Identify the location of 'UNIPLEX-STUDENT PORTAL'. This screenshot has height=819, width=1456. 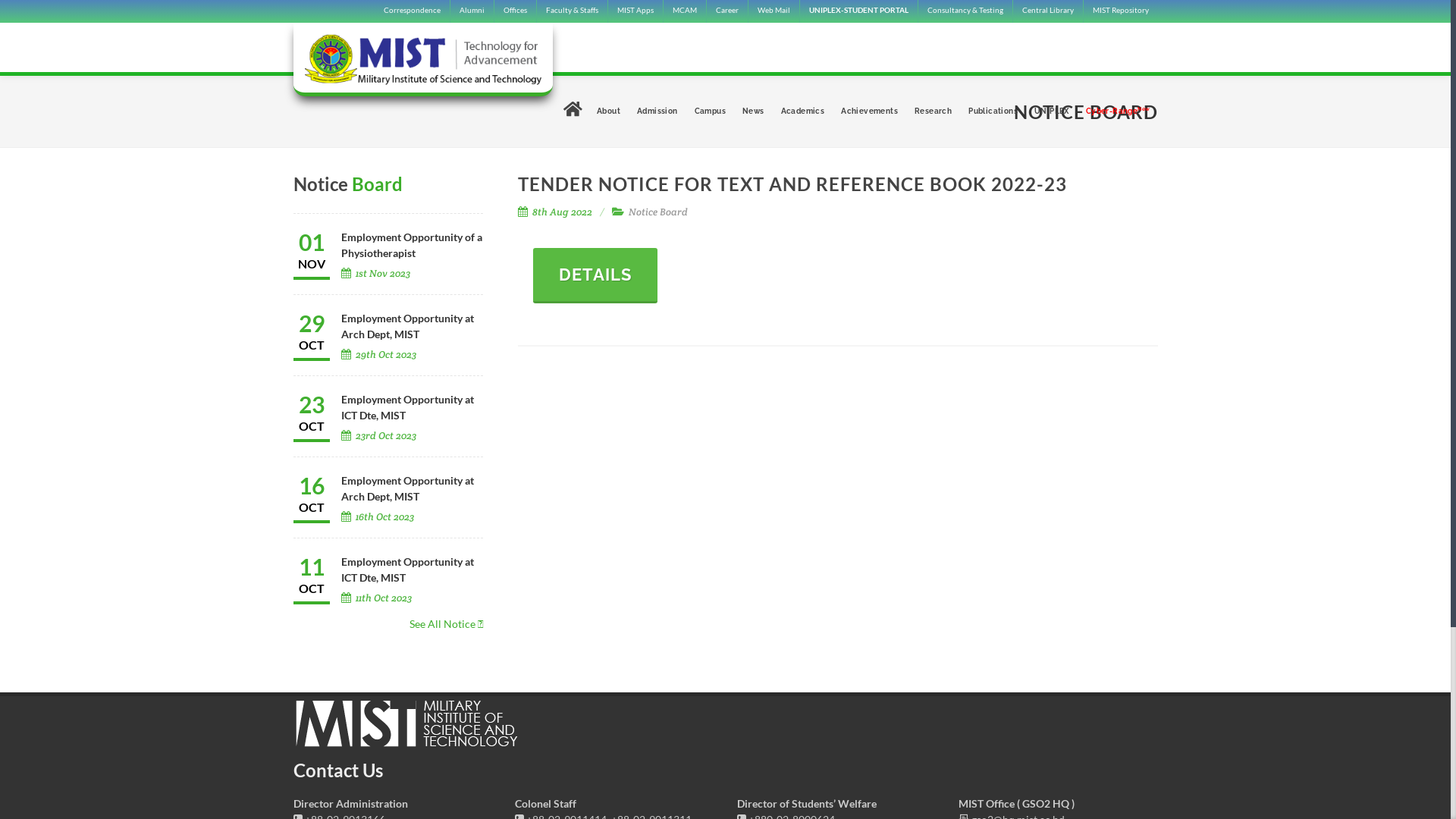
(858, 11).